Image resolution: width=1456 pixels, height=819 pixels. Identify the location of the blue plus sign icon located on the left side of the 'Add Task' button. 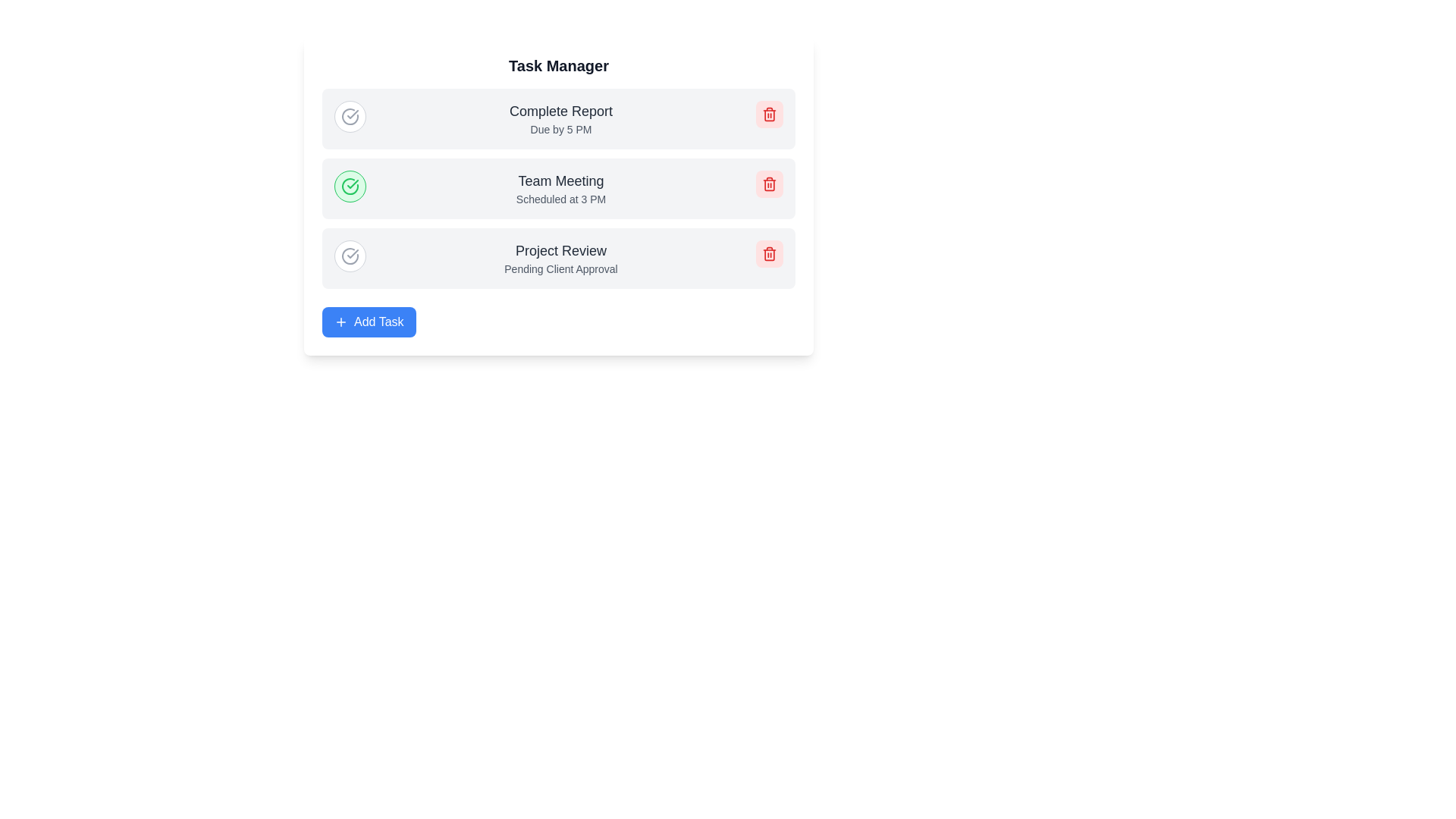
(340, 321).